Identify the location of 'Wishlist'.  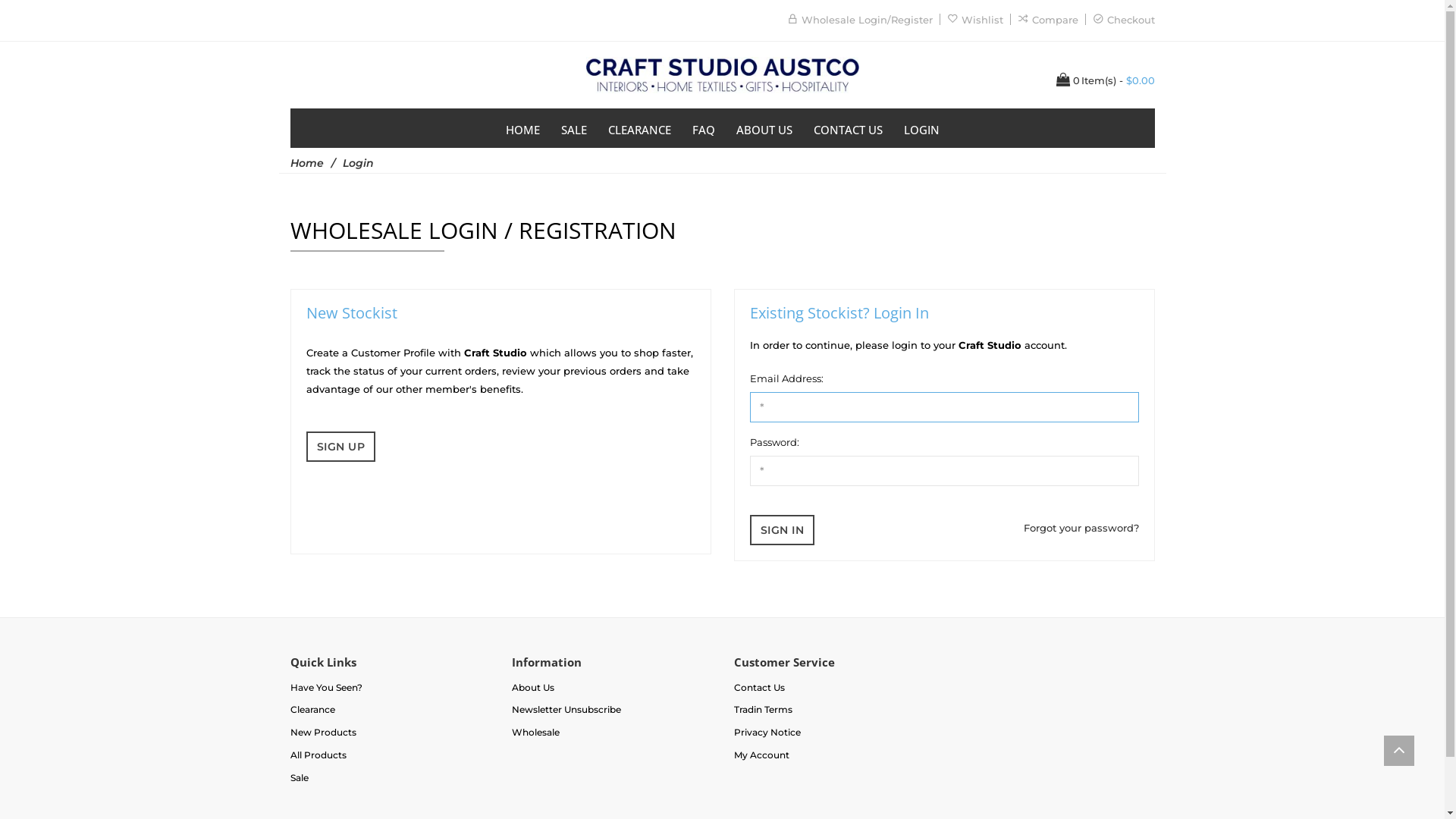
(982, 20).